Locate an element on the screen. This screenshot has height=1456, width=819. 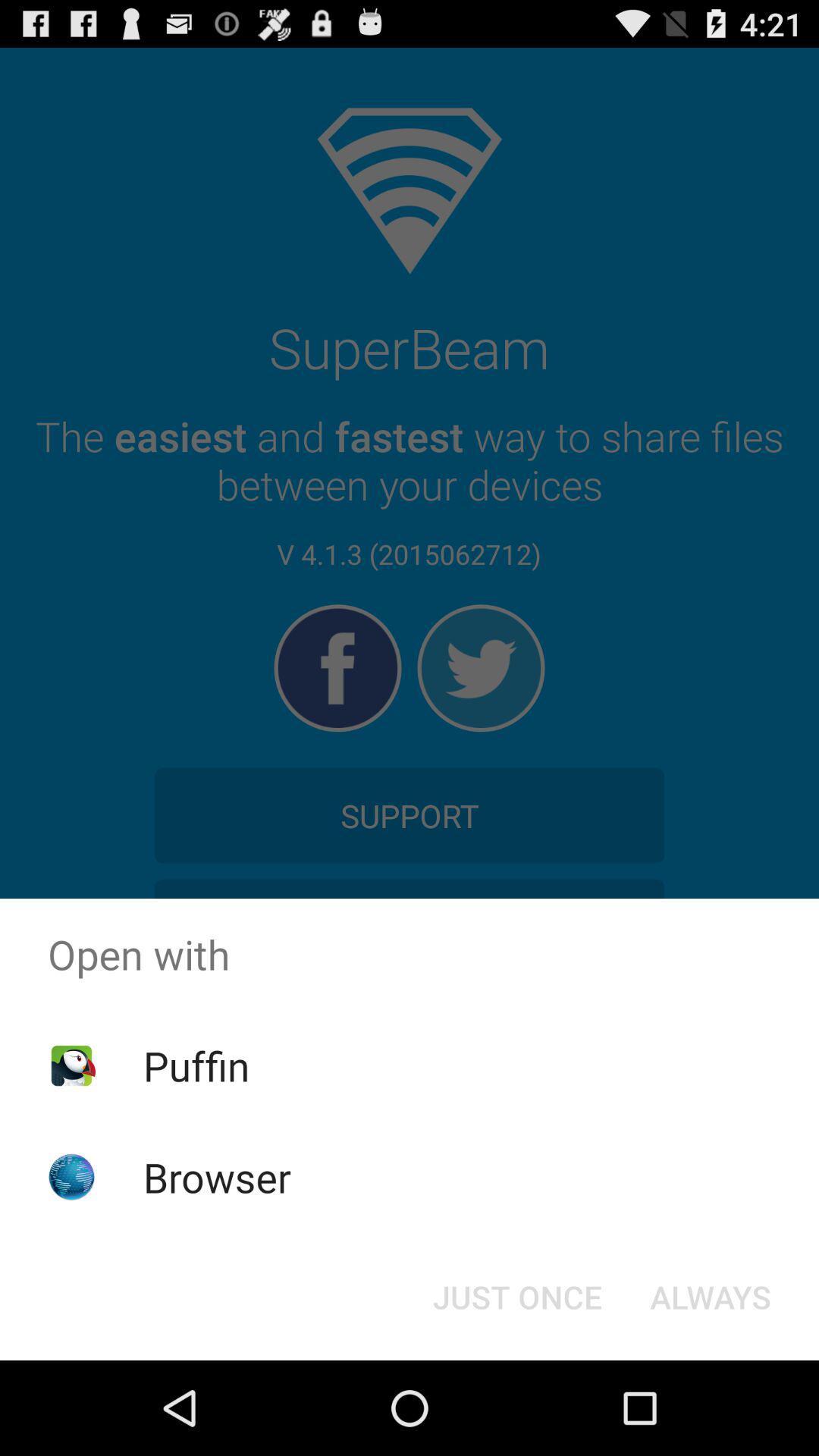
icon at the bottom right corner is located at coordinates (711, 1295).